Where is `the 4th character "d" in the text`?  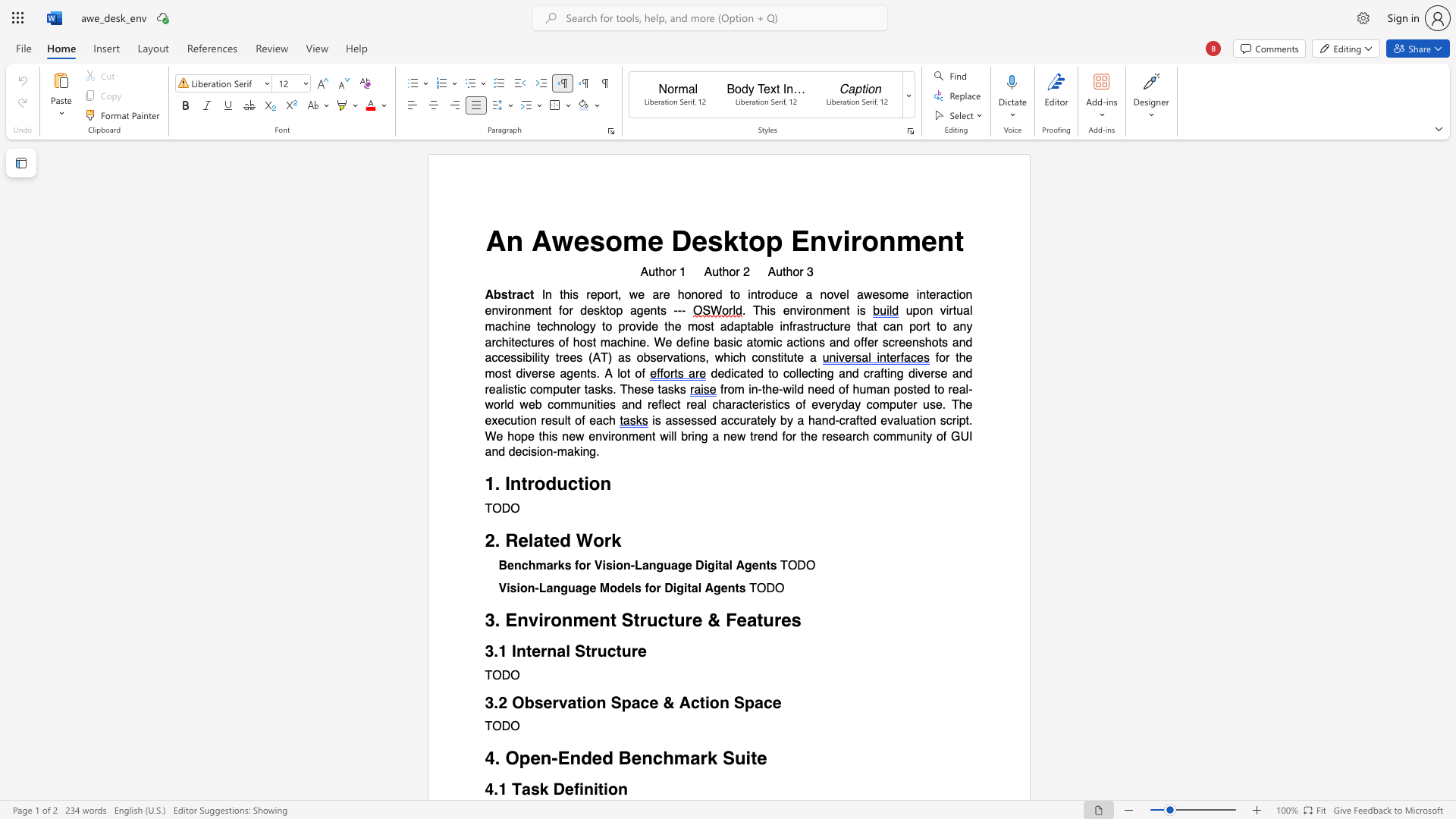
the 4th character "d" in the text is located at coordinates (510, 404).